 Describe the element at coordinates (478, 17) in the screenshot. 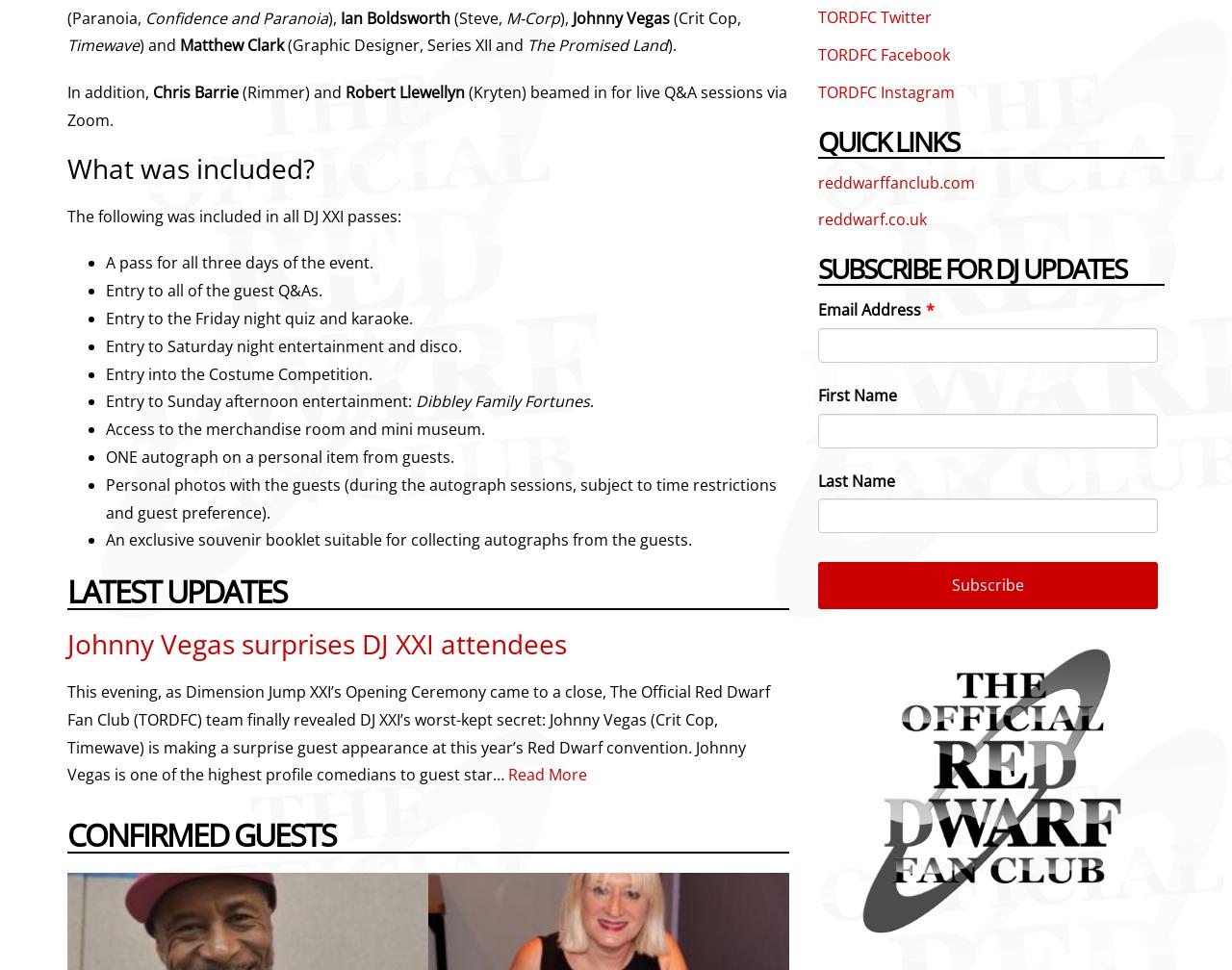

I see `'(Steve,'` at that location.